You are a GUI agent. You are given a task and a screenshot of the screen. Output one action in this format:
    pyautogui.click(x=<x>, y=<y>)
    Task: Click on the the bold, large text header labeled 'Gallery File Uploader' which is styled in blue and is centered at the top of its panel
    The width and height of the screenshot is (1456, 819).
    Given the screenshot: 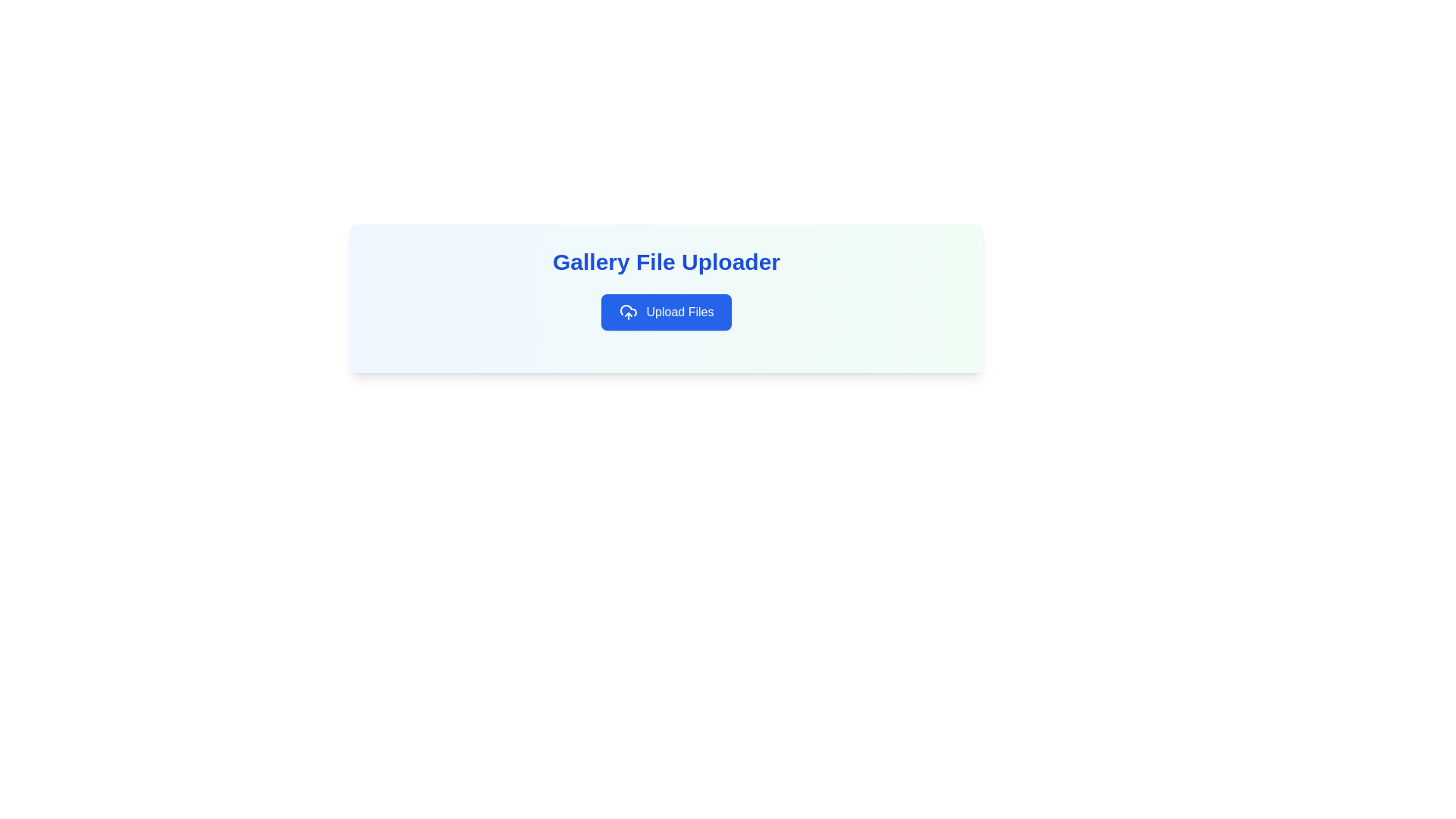 What is the action you would take?
    pyautogui.click(x=666, y=262)
    